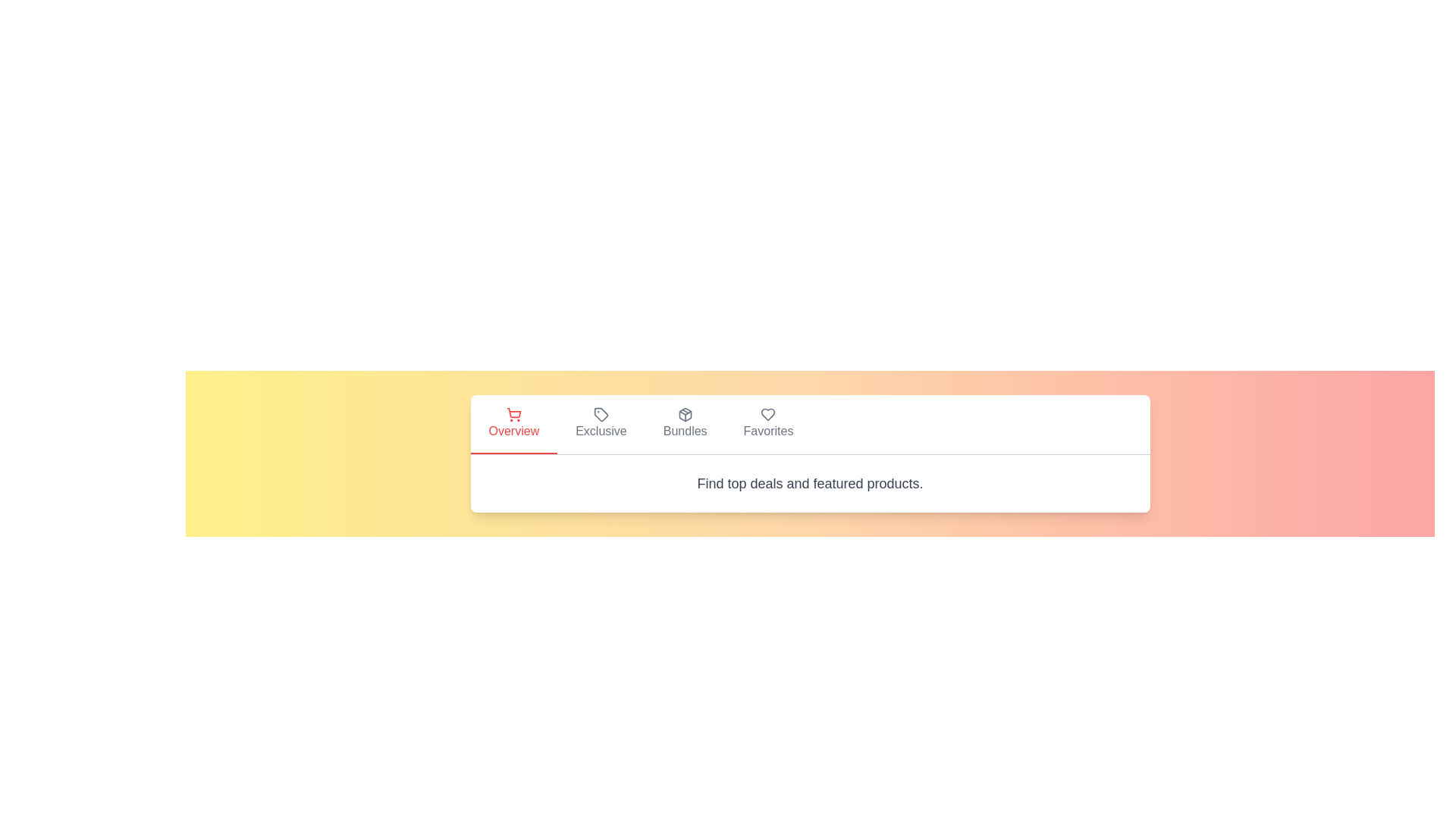  What do you see at coordinates (513, 424) in the screenshot?
I see `the tab labeled Overview to observe visual feedback` at bounding box center [513, 424].